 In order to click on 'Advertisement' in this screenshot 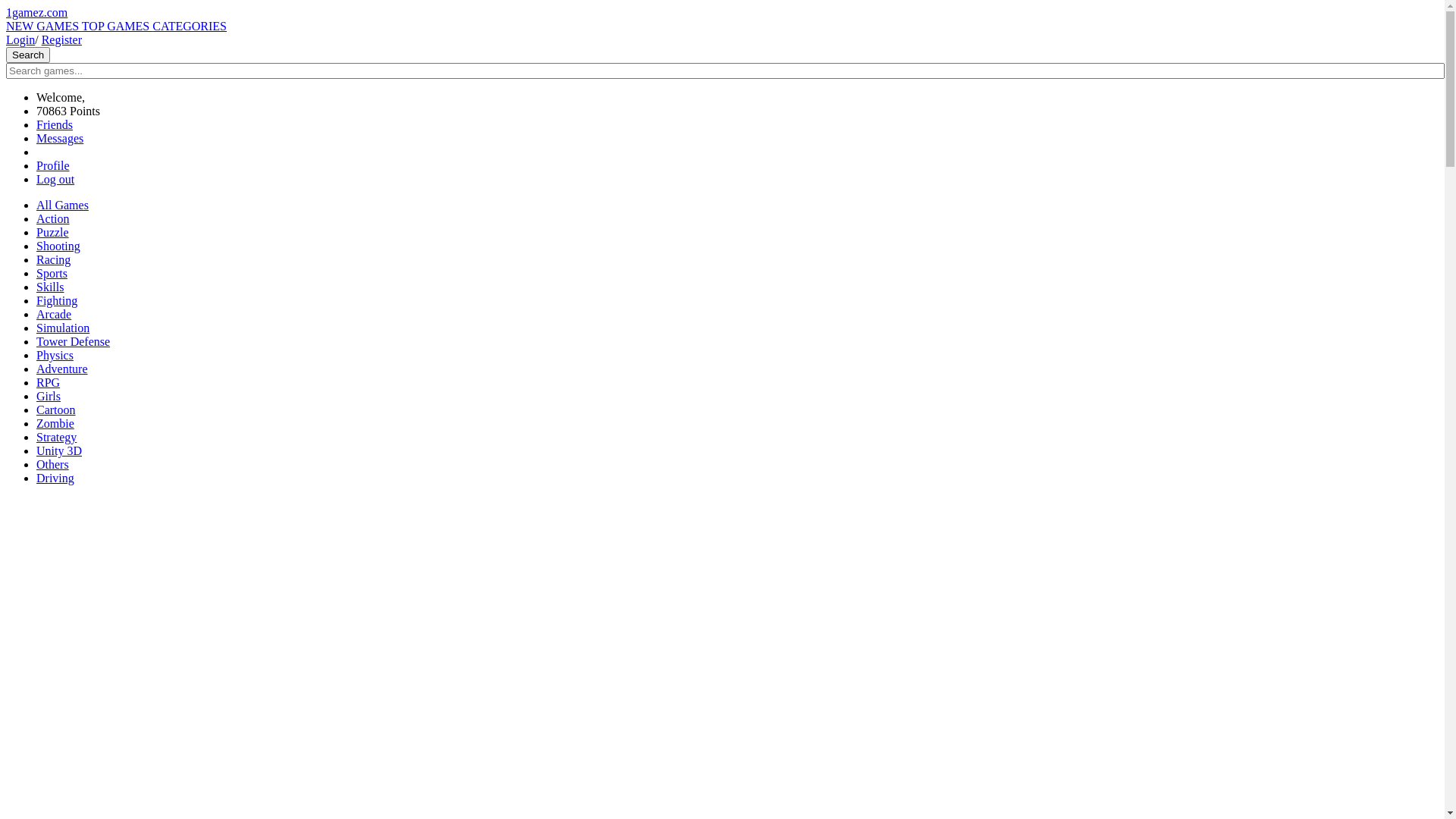, I will do `click(720, 602)`.